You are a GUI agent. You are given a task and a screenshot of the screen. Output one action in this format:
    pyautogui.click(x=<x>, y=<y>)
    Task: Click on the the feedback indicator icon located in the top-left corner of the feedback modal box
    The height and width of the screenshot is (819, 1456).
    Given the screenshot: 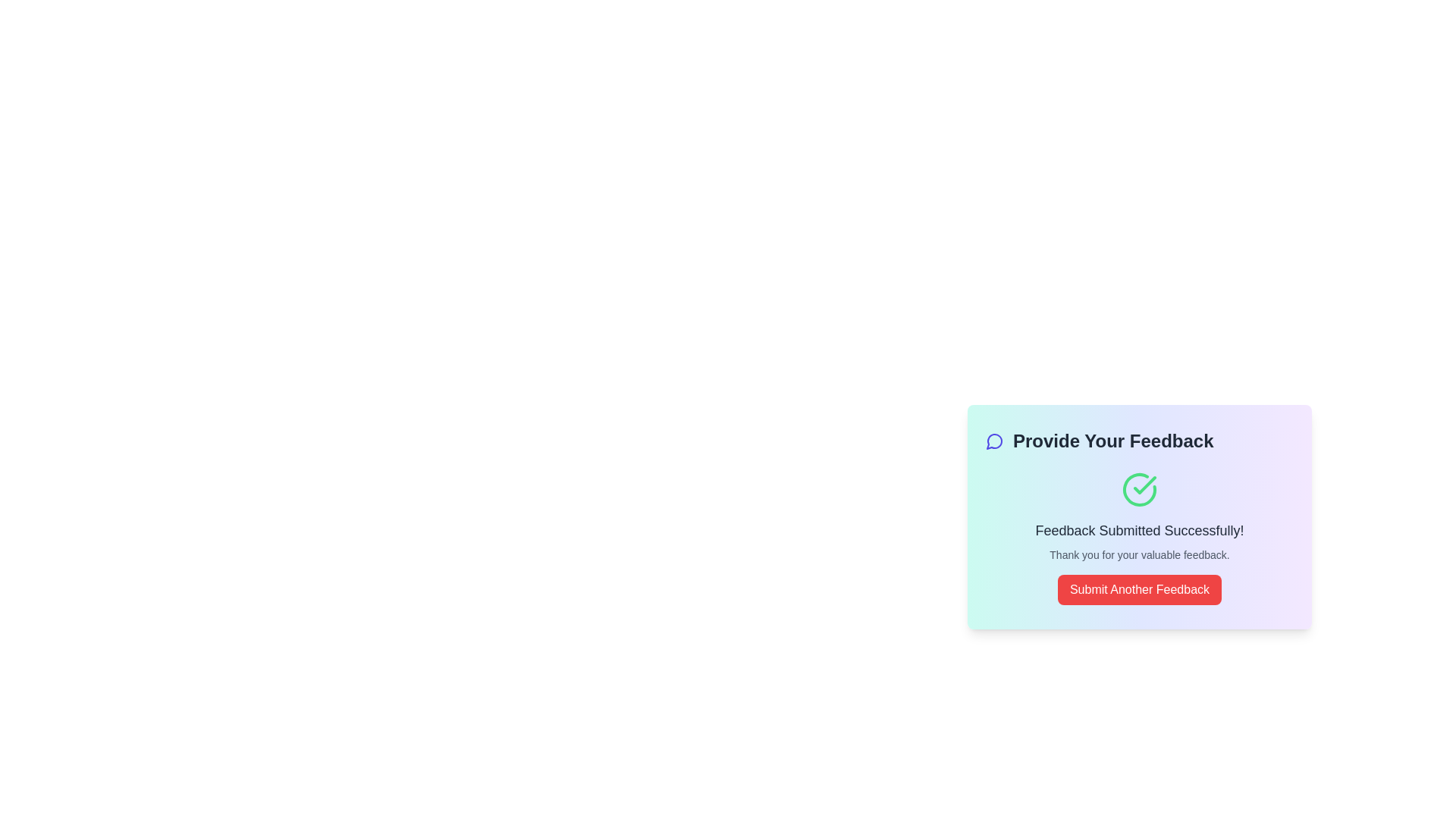 What is the action you would take?
    pyautogui.click(x=994, y=441)
    